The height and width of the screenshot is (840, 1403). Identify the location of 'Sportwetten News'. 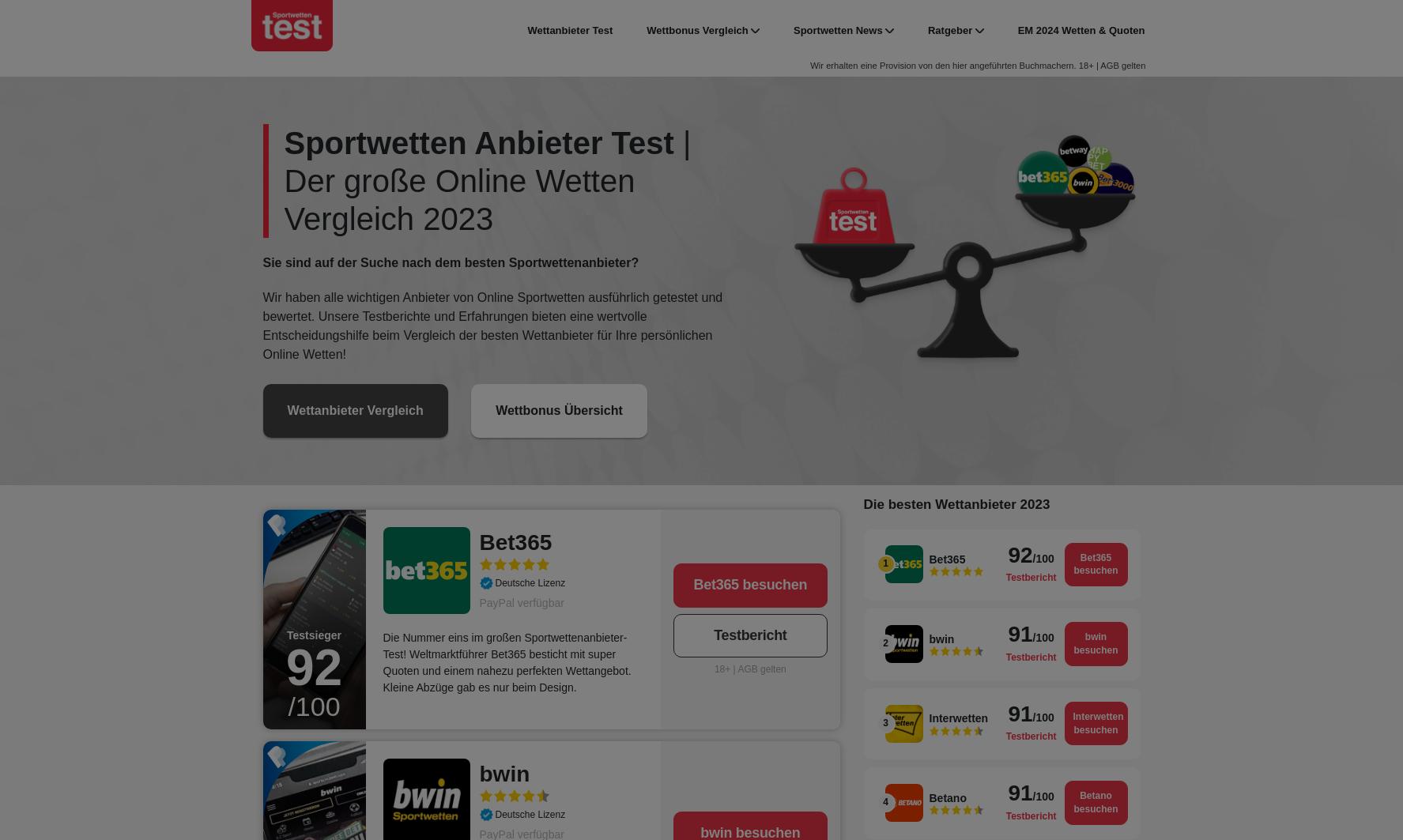
(792, 30).